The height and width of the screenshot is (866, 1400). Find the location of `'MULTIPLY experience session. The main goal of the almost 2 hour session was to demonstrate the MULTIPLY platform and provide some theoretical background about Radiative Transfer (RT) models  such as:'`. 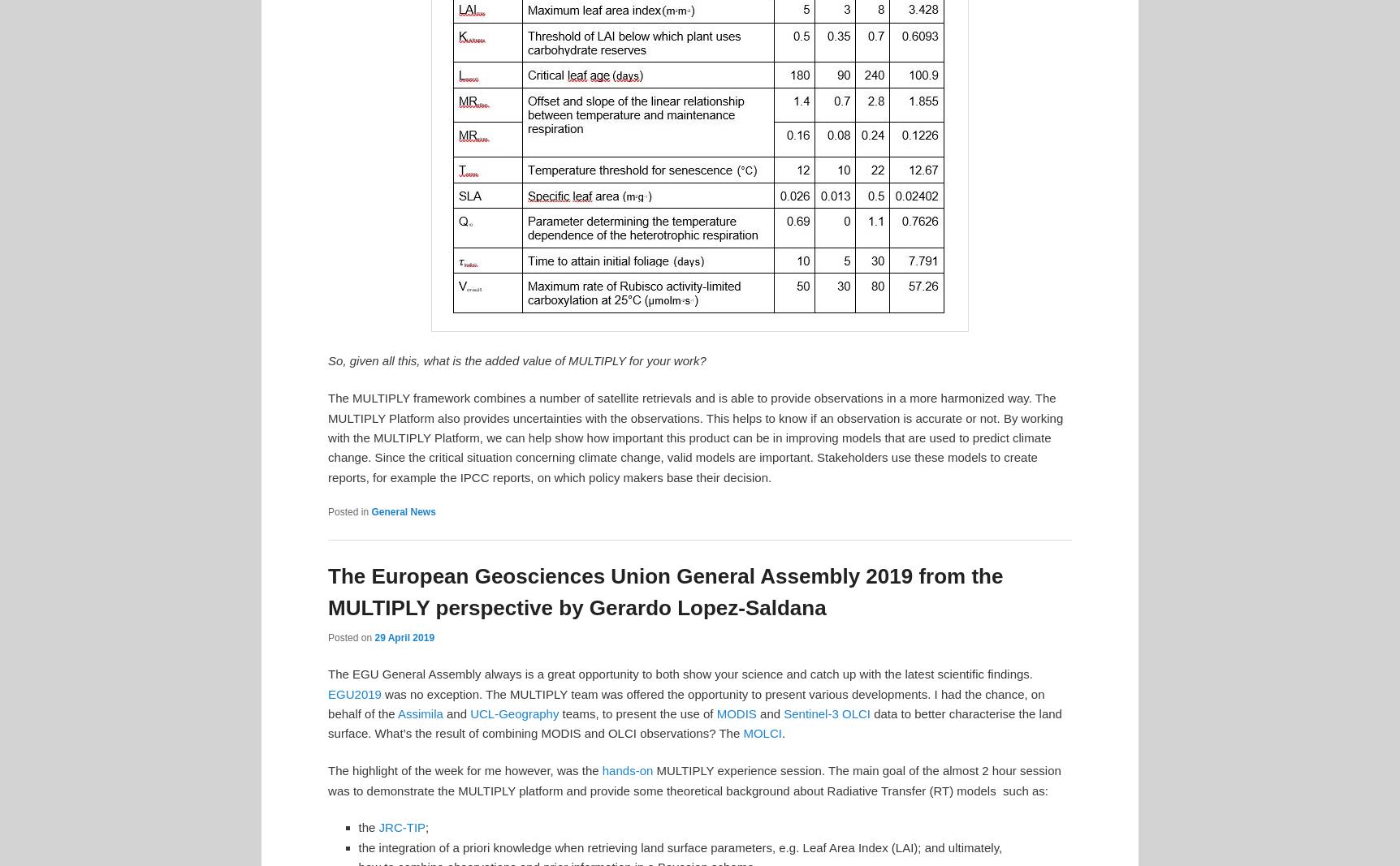

'MULTIPLY experience session. The main goal of the almost 2 hour session was to demonstrate the MULTIPLY platform and provide some theoretical background about Radiative Transfer (RT) models  such as:' is located at coordinates (693, 780).